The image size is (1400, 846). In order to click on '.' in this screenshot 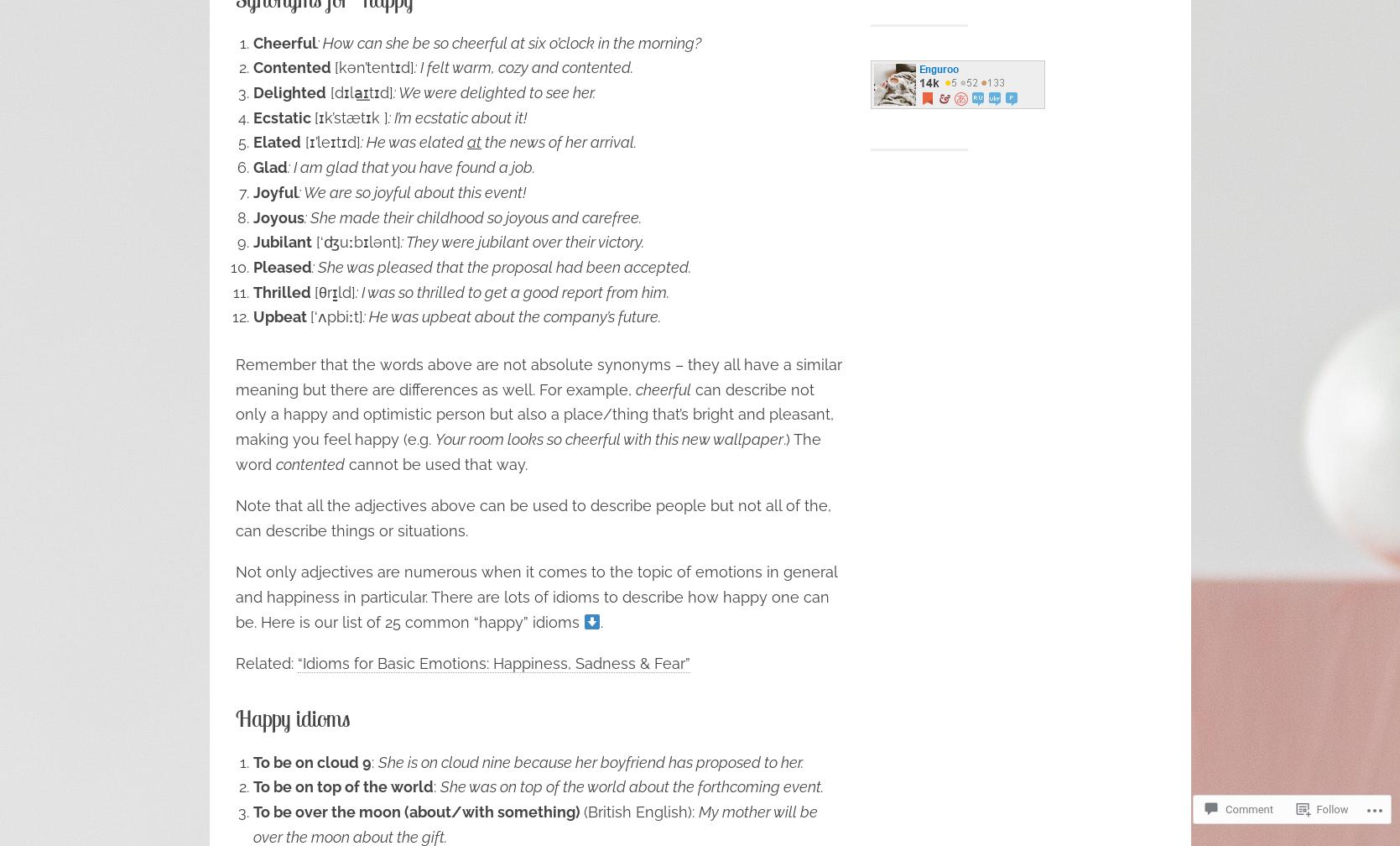, I will do `click(601, 621)`.